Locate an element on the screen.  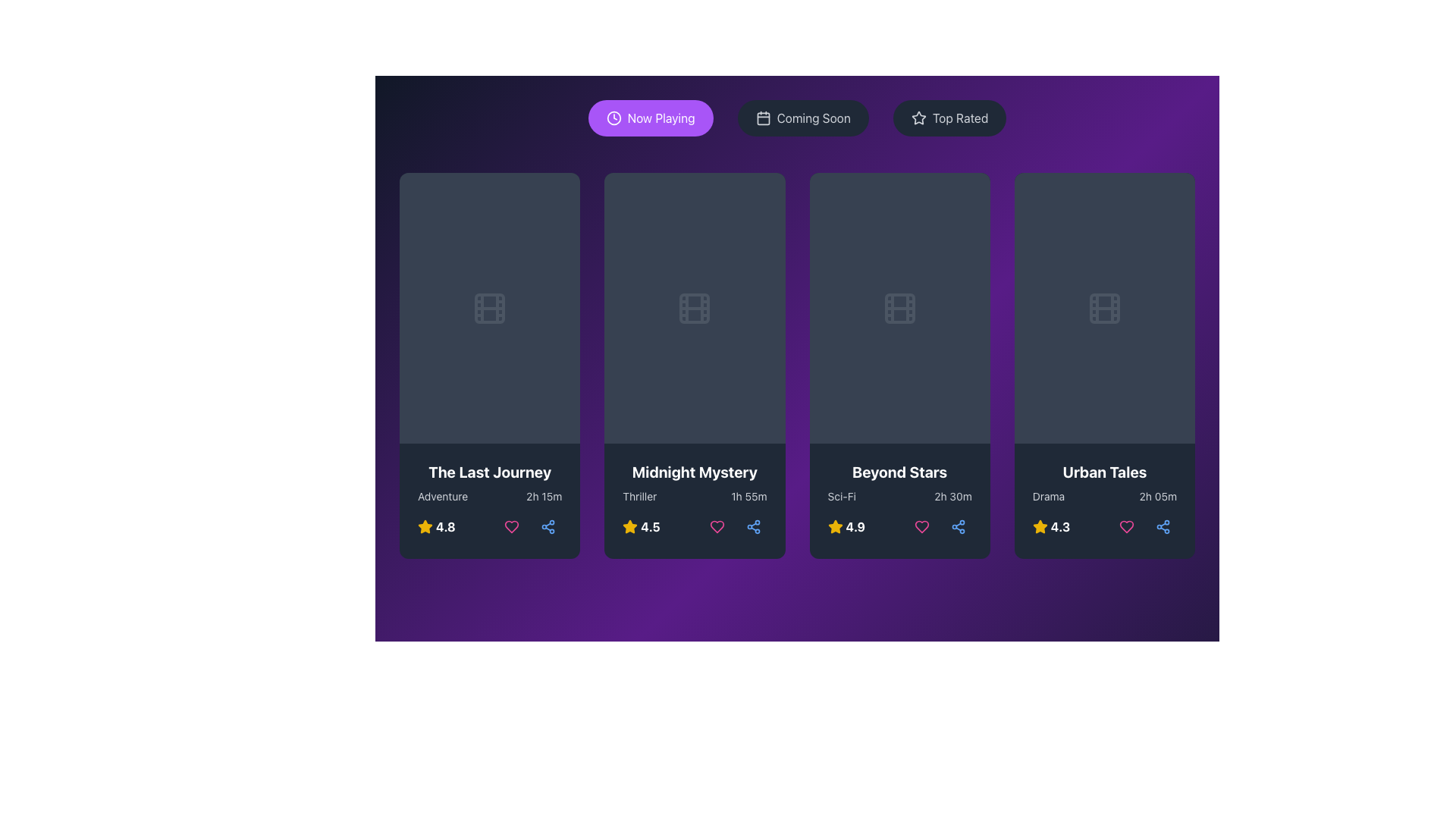
the bold textual label displaying the title 'Midnight Mystery' in a white font, located at the top of the second column of movie cards is located at coordinates (694, 472).